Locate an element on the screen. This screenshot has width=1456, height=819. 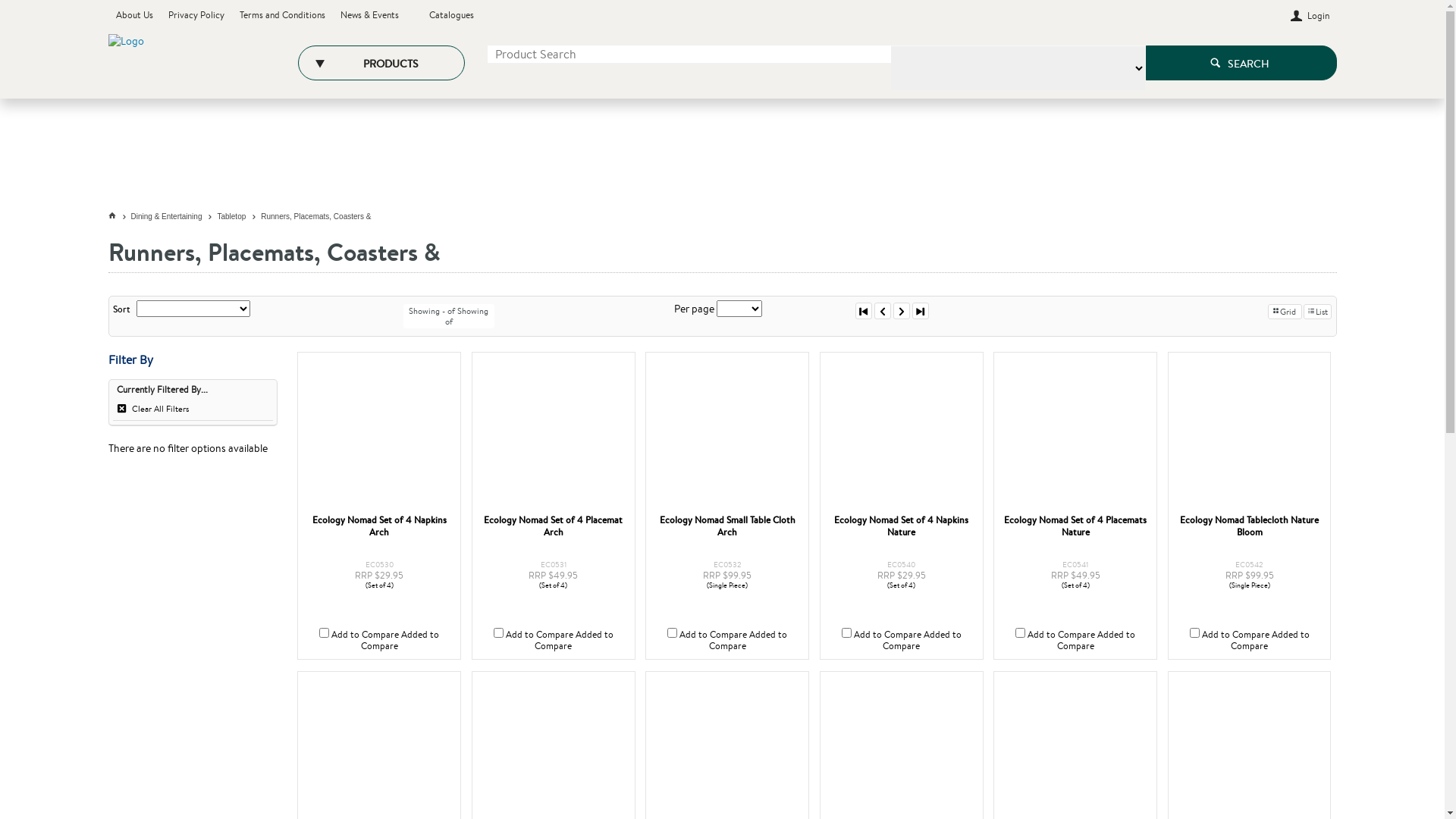
'Added to Compare' is located at coordinates (400, 640).